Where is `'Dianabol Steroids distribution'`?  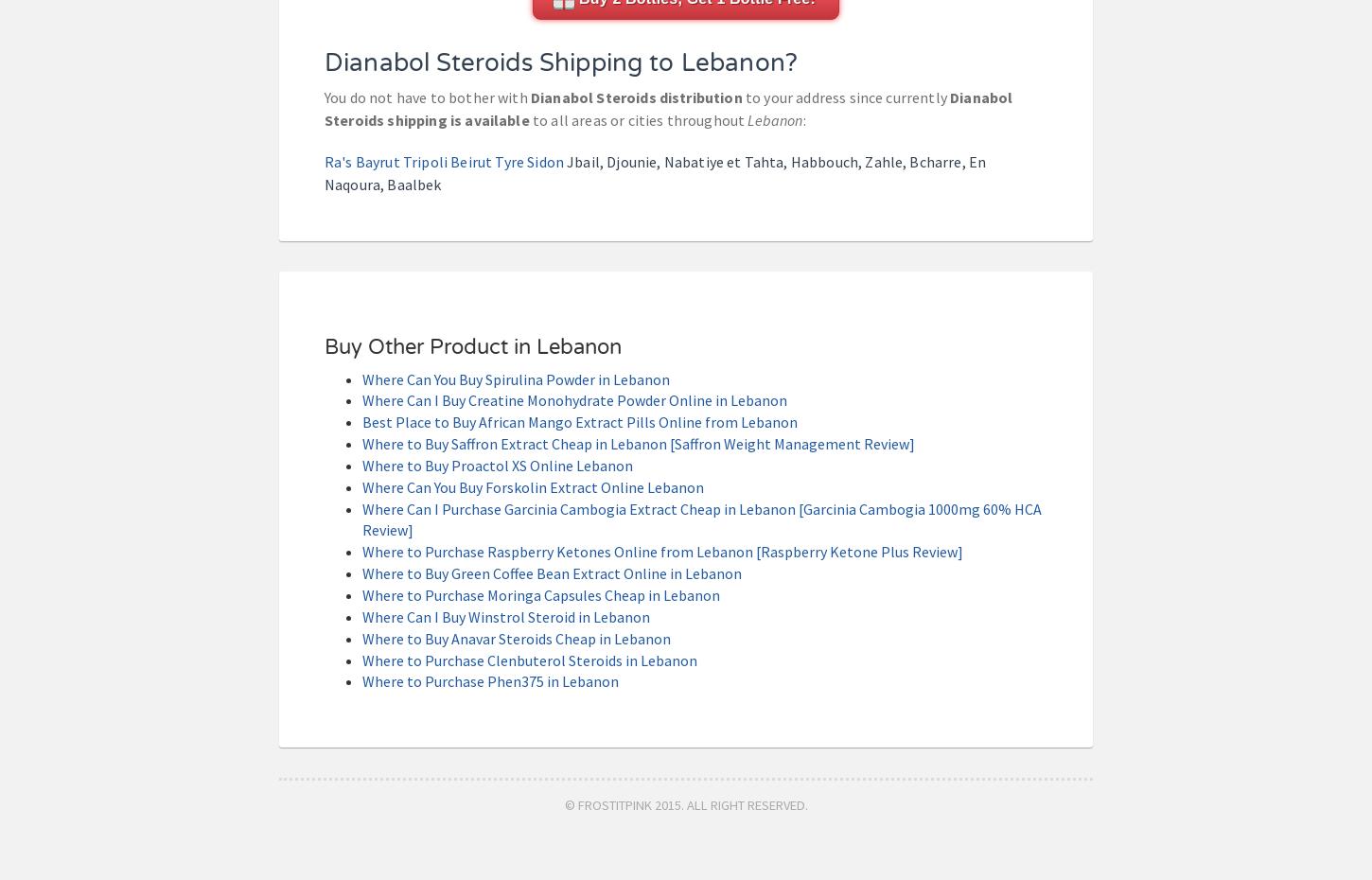 'Dianabol Steroids distribution' is located at coordinates (634, 97).